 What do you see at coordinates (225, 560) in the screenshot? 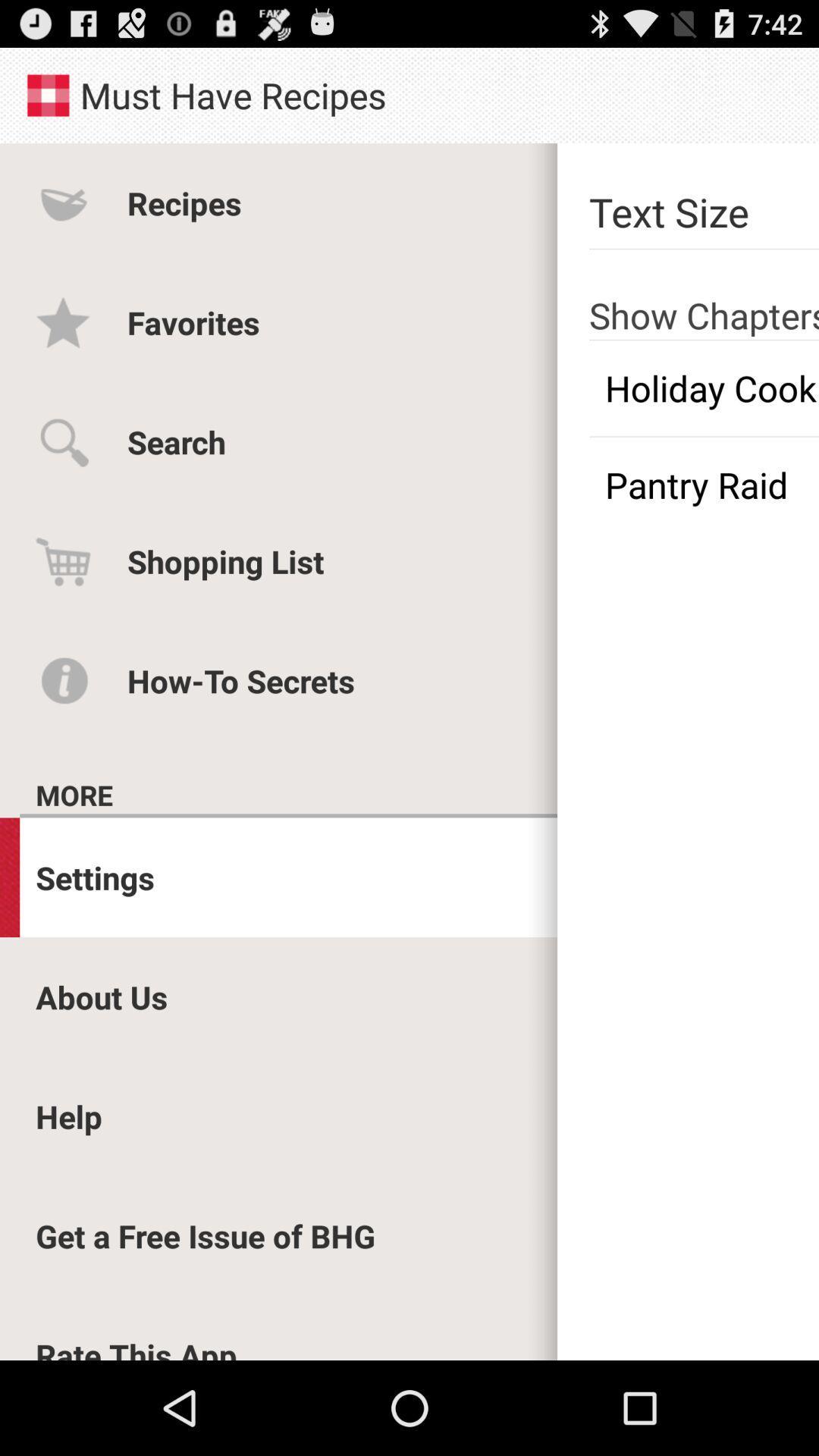
I see `app above the how-to secrets icon` at bounding box center [225, 560].